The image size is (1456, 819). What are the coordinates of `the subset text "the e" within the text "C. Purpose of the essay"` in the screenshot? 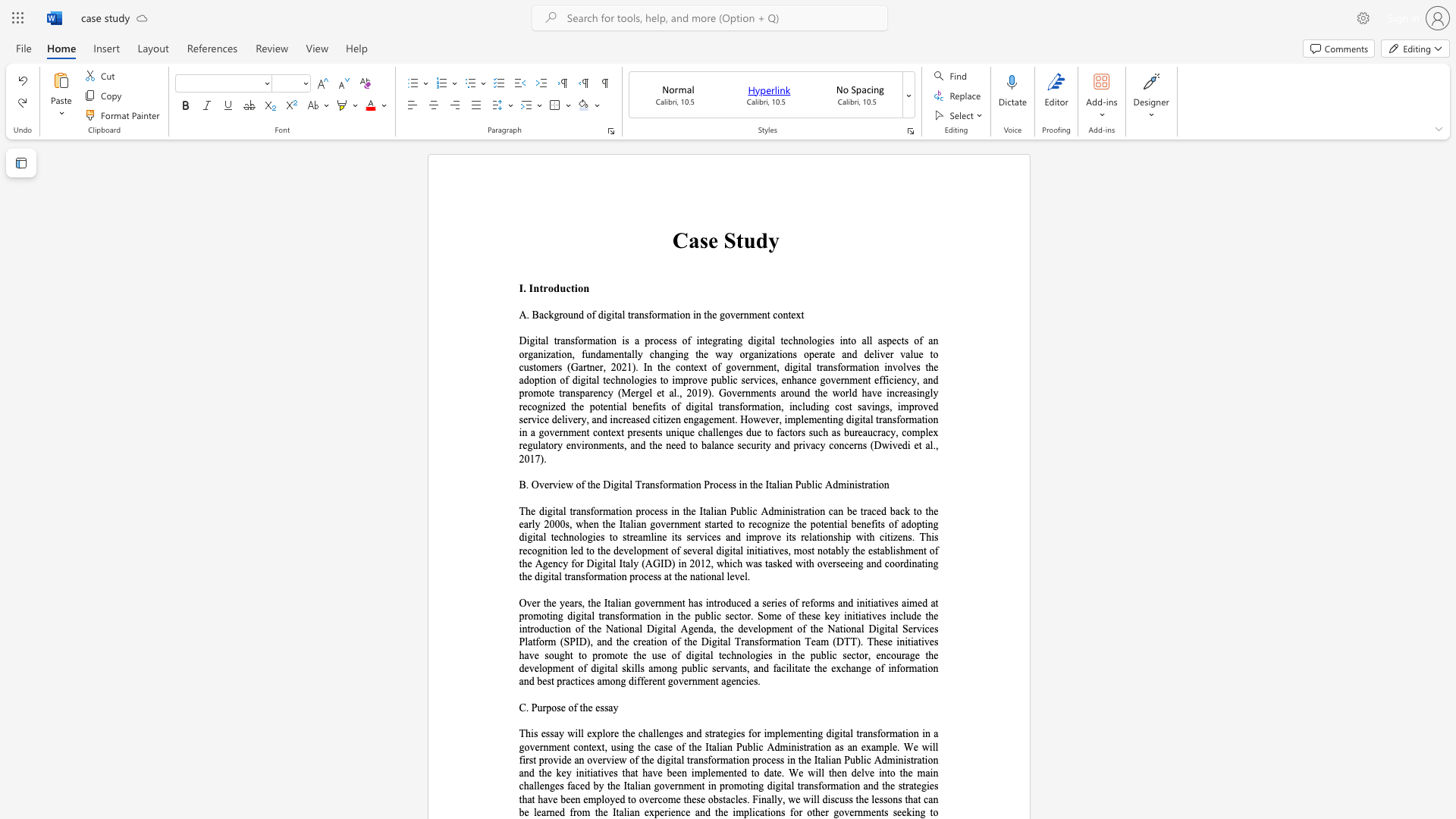 It's located at (579, 708).